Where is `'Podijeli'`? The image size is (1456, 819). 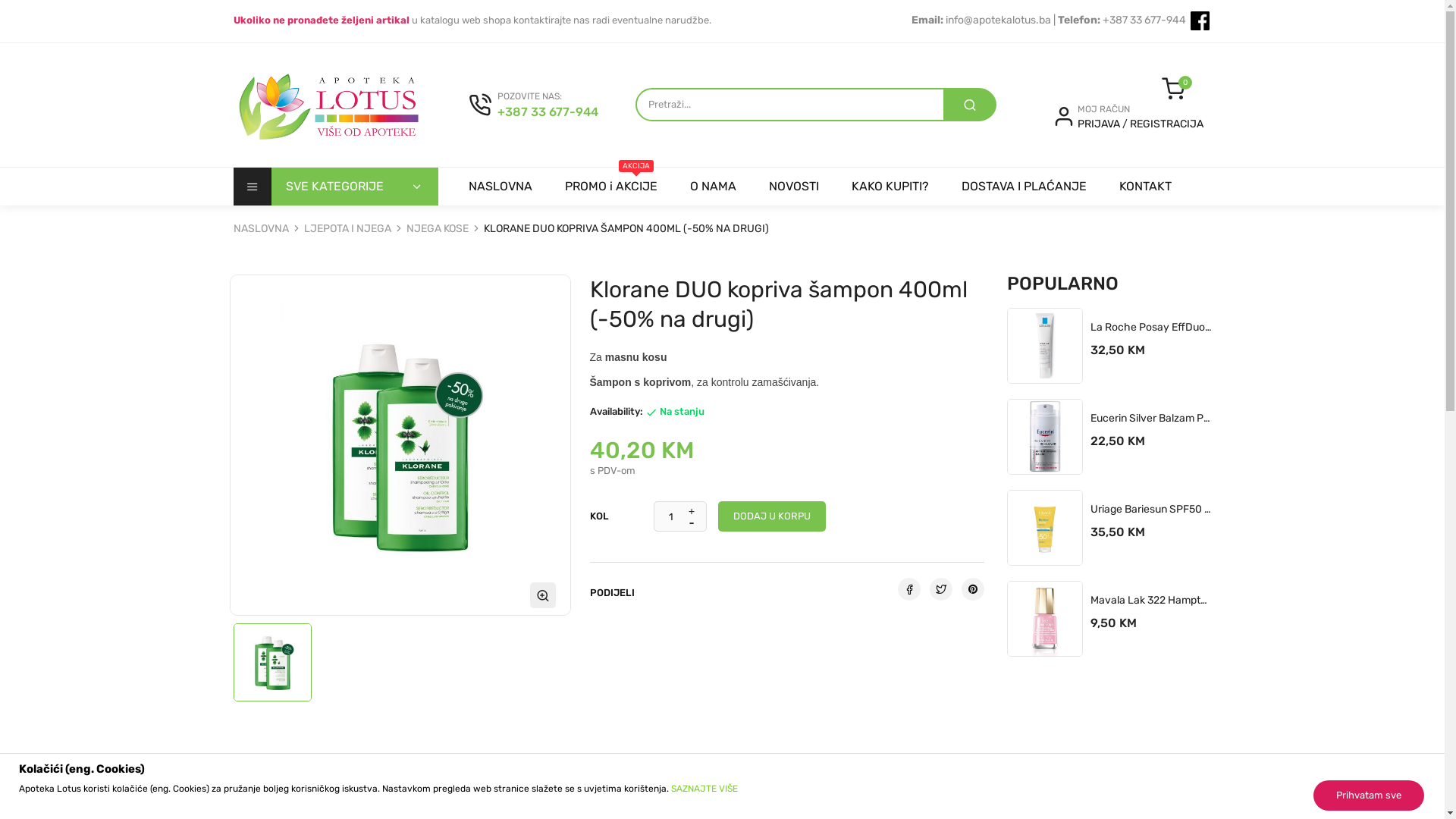 'Podijeli' is located at coordinates (909, 588).